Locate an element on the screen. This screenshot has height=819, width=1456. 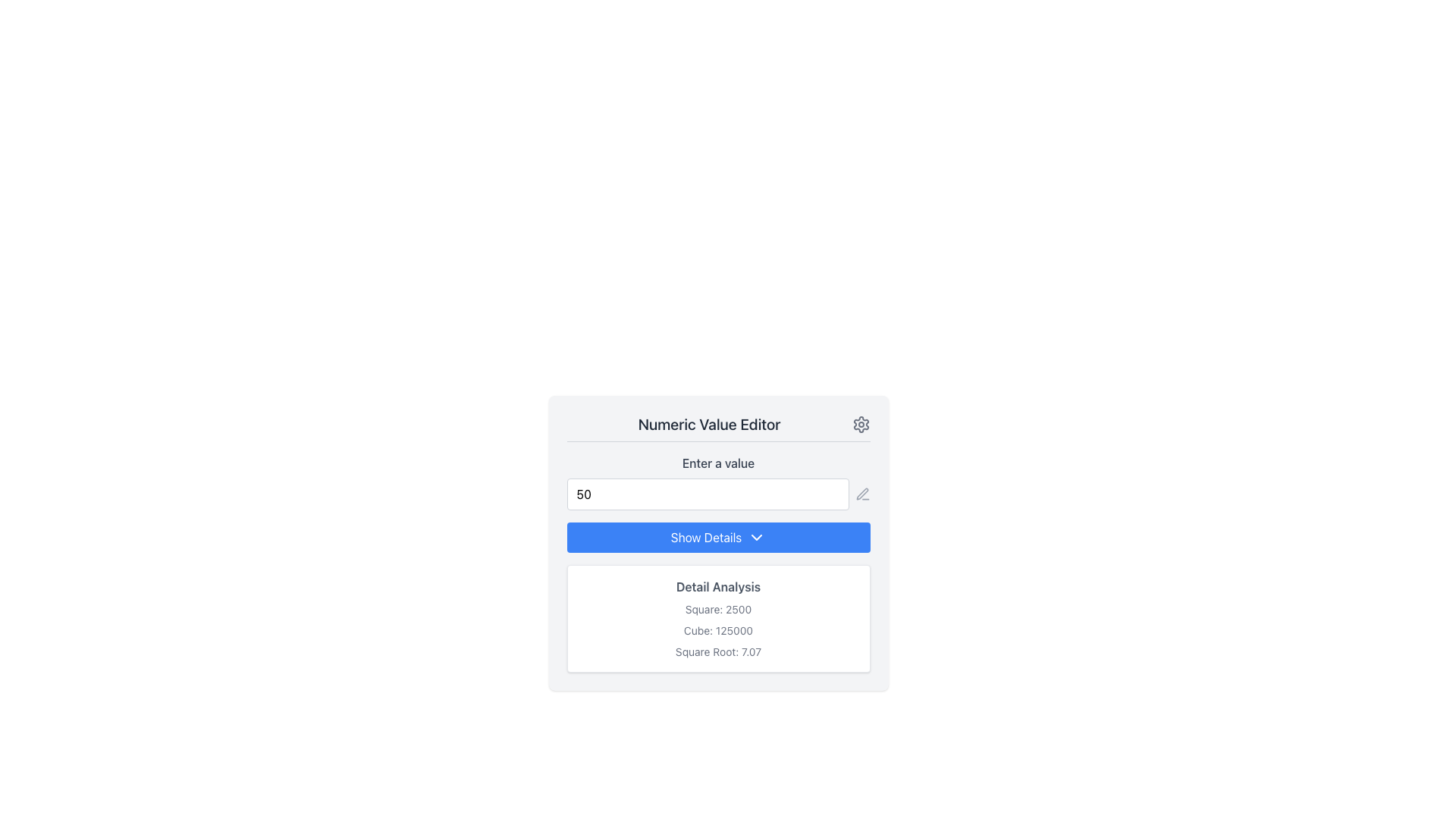
the numeric input field displaying '50' to focus on it is located at coordinates (717, 482).